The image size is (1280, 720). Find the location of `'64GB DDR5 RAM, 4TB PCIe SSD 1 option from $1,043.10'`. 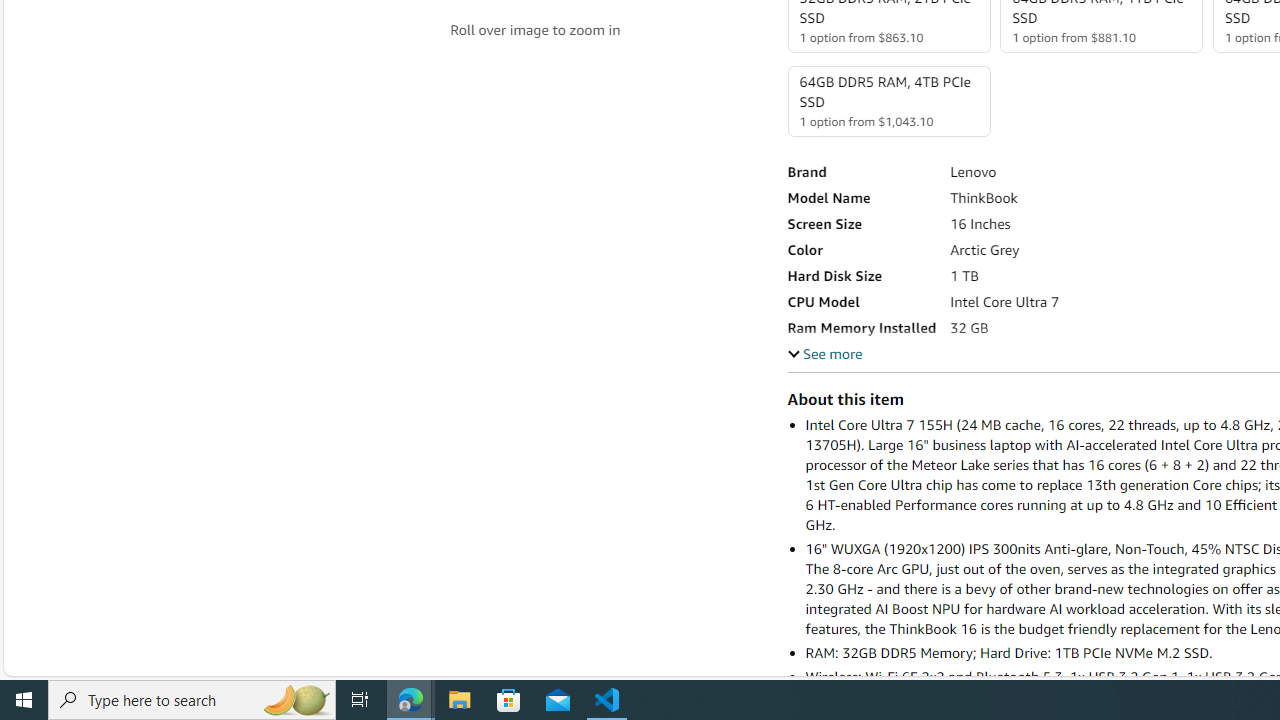

'64GB DDR5 RAM, 4TB PCIe SSD 1 option from $1,043.10' is located at coordinates (887, 101).